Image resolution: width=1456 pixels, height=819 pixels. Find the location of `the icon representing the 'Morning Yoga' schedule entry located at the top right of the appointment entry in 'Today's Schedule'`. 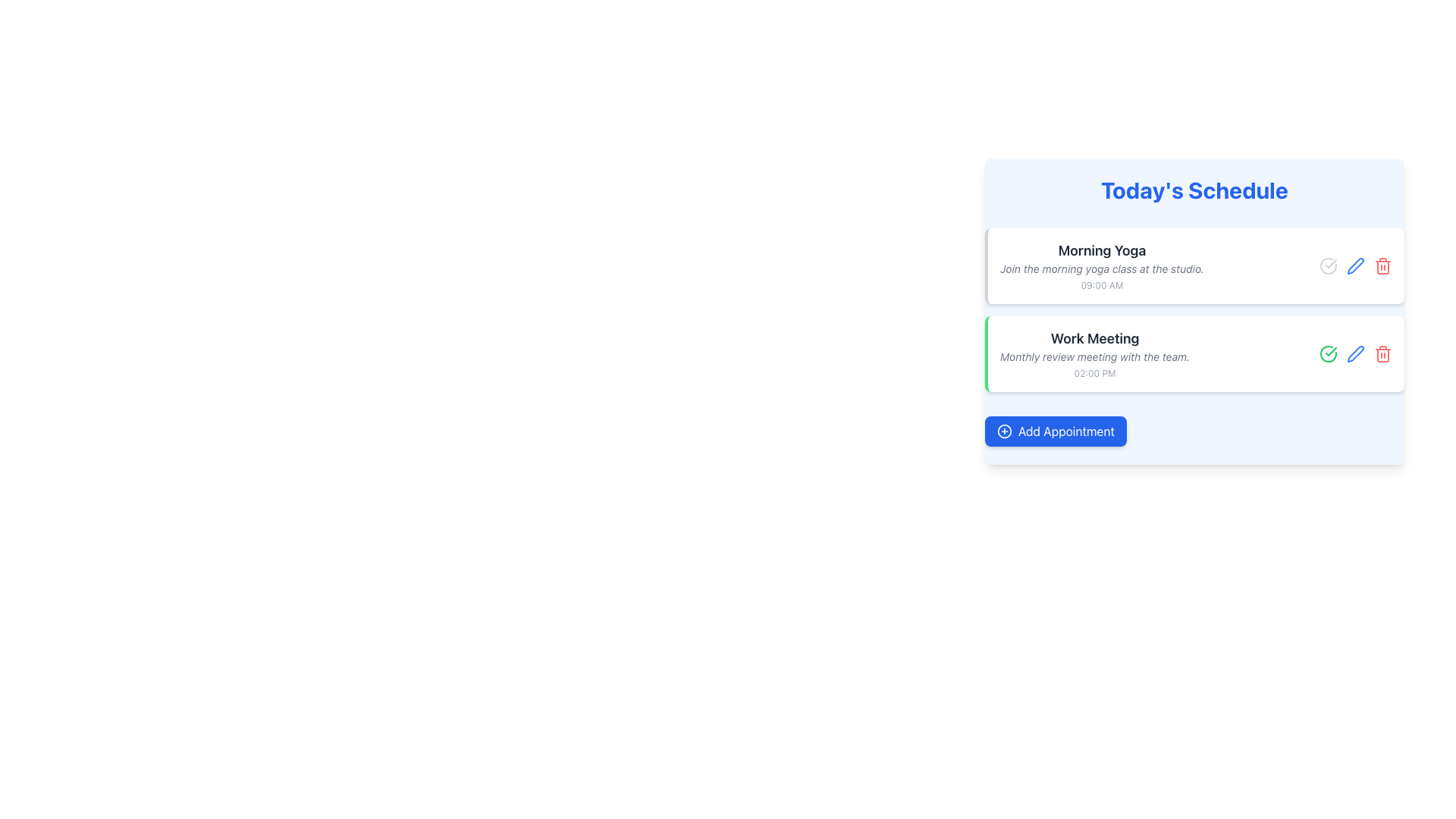

the icon representing the 'Morning Yoga' schedule entry located at the top right of the appointment entry in 'Today's Schedule' is located at coordinates (1328, 265).